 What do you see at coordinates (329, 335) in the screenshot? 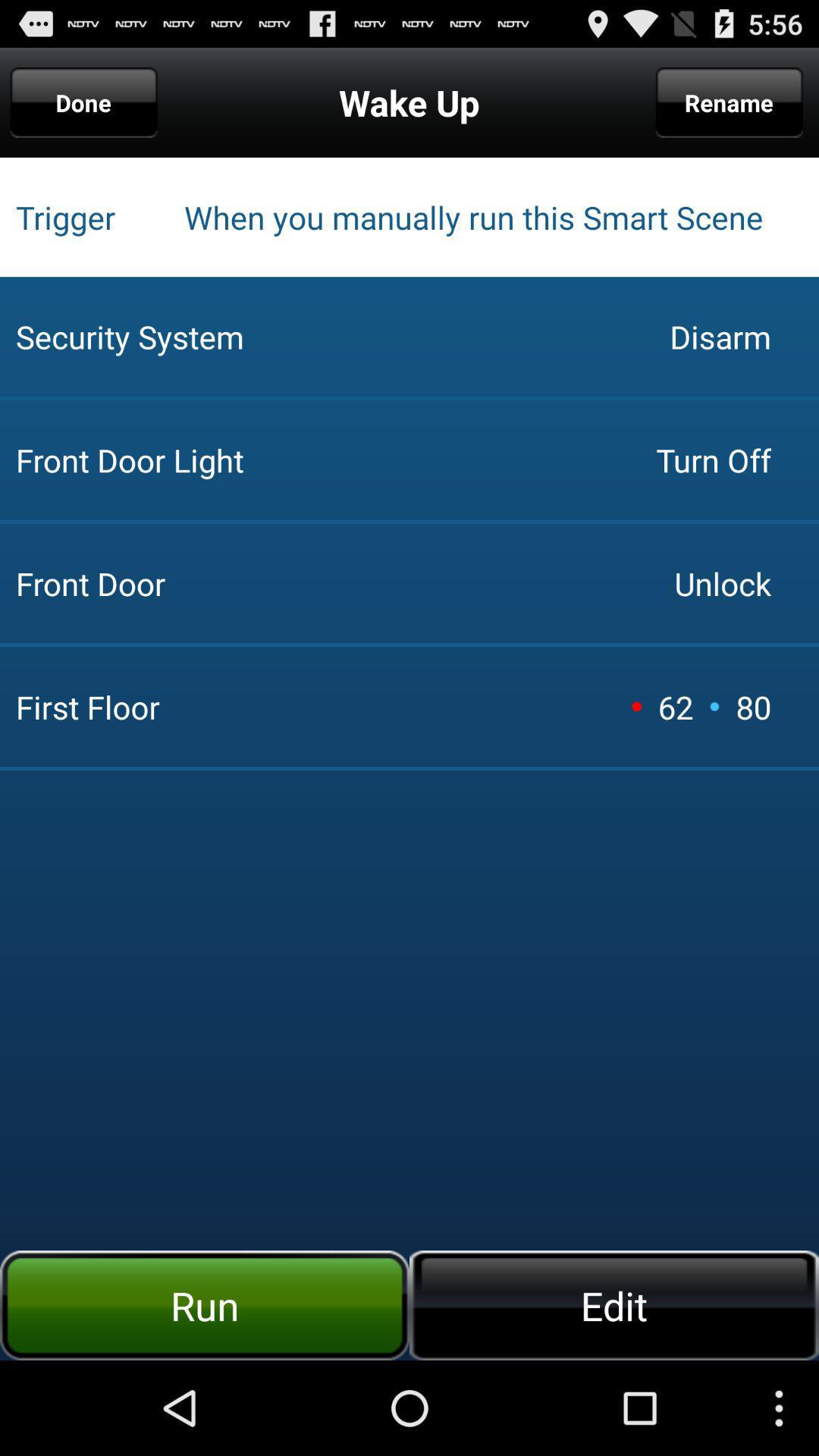
I see `icon below trigger` at bounding box center [329, 335].